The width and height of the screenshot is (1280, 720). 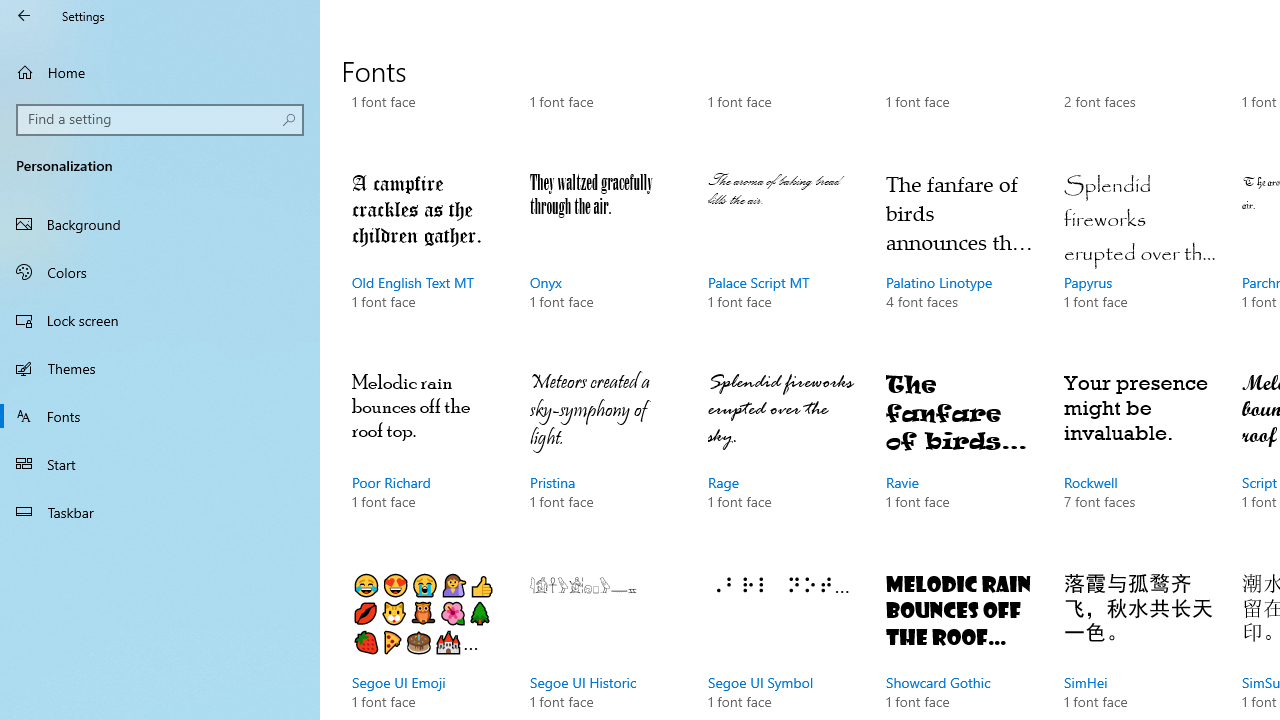 I want to click on 'Ravie, 1 font face', so click(x=961, y=460).